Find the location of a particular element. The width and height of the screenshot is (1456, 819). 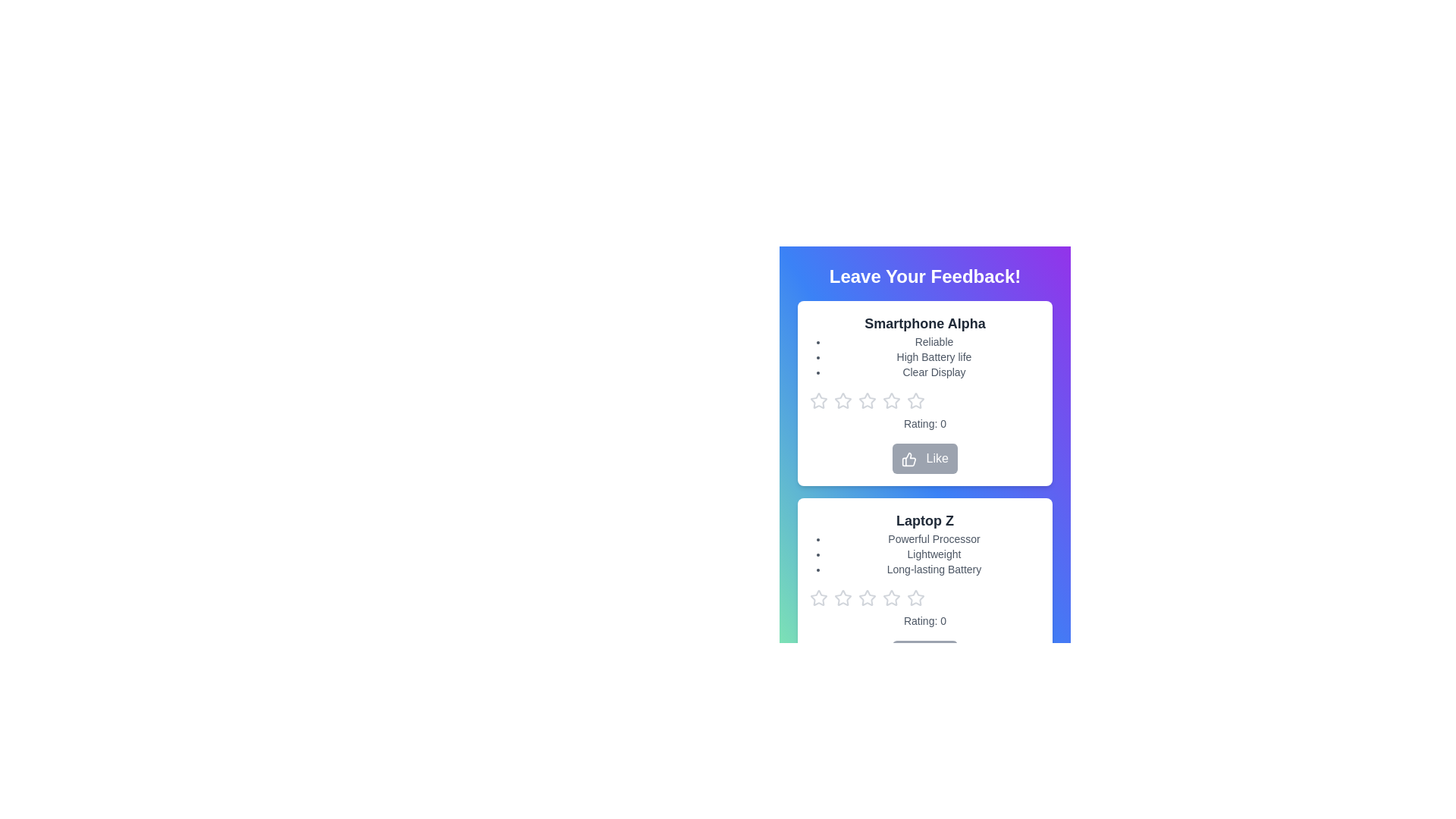

the seventh star icon is located at coordinates (915, 598).